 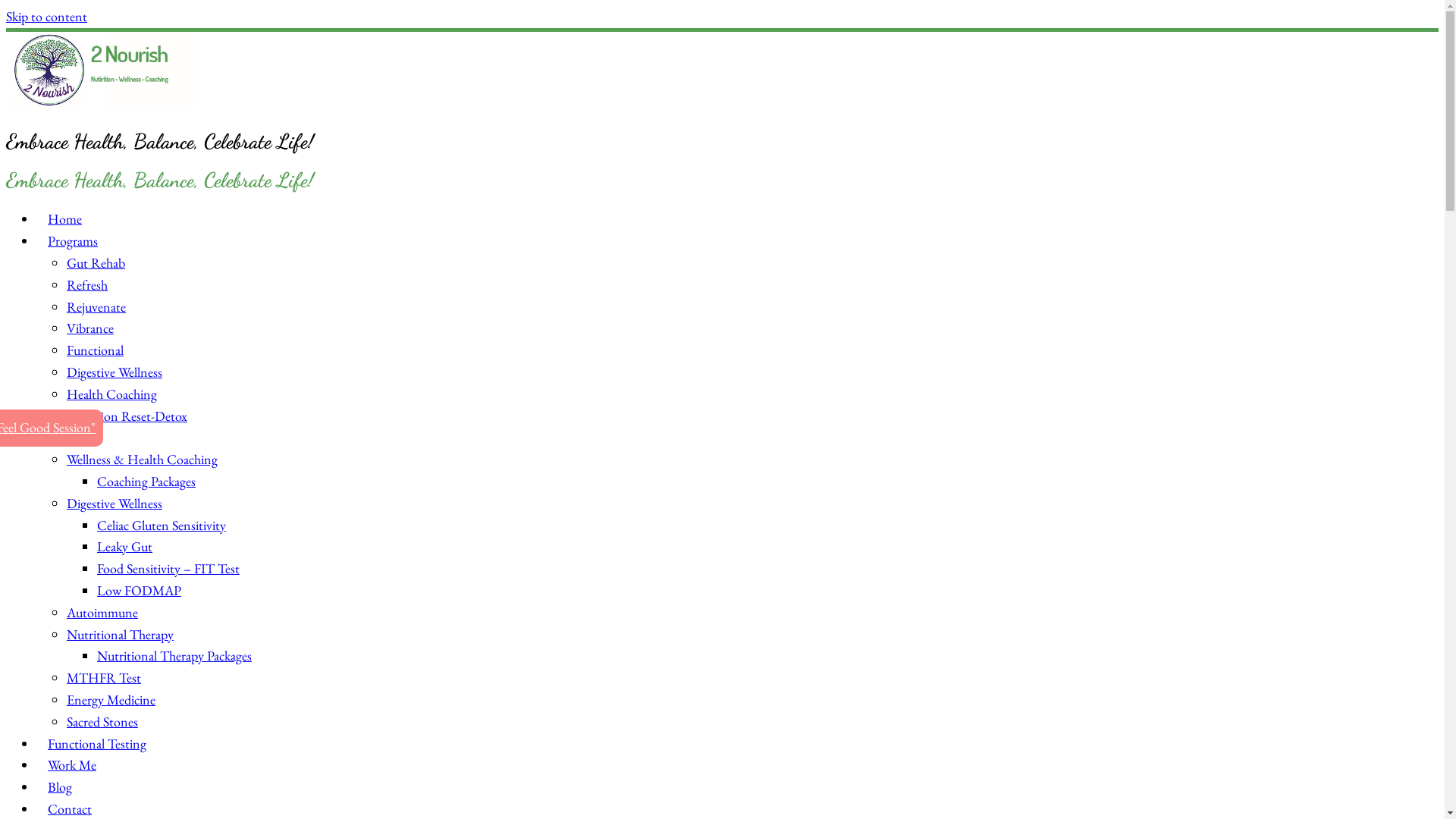 What do you see at coordinates (124, 546) in the screenshot?
I see `'Leaky Gut'` at bounding box center [124, 546].